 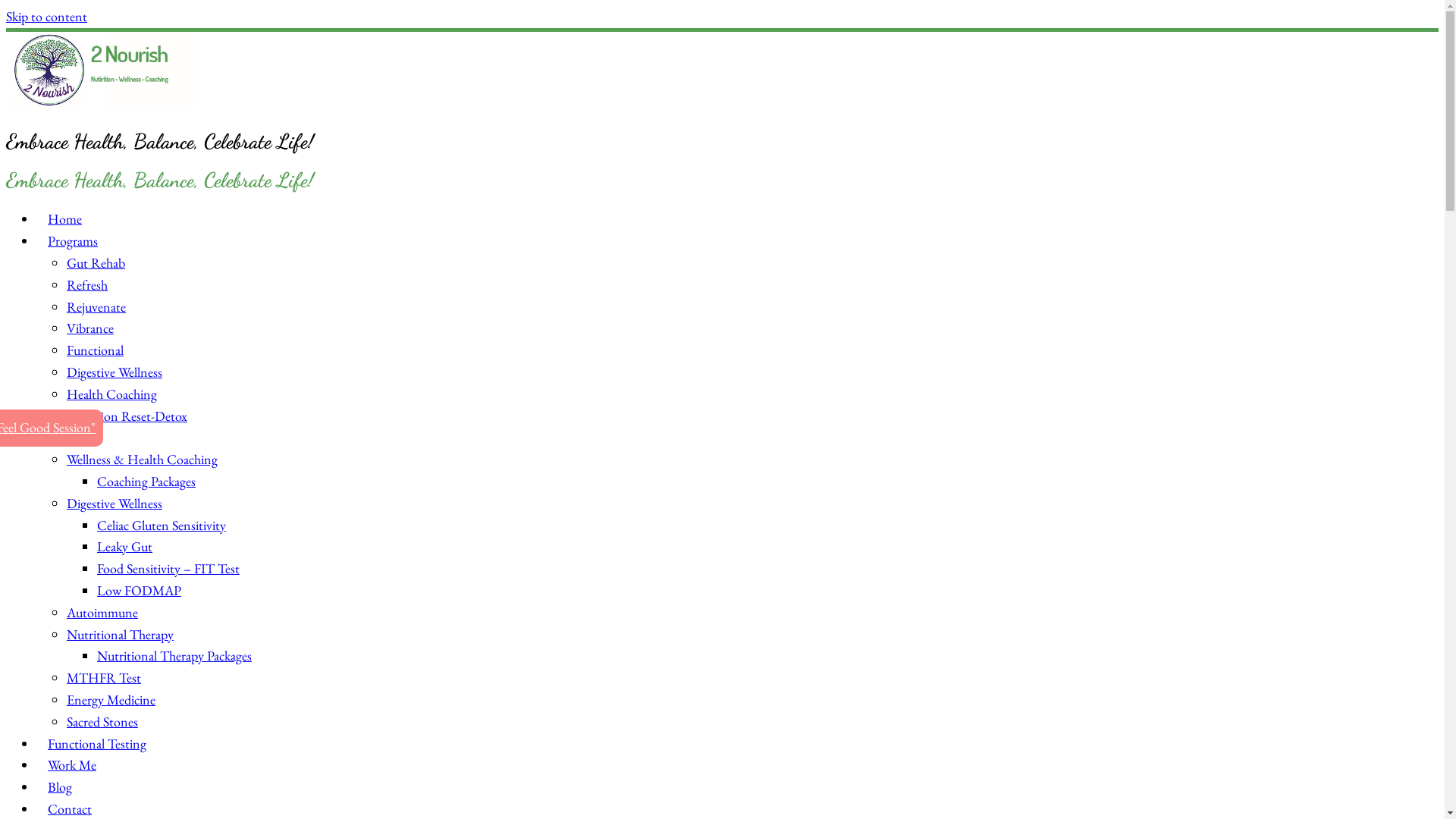 What do you see at coordinates (124, 546) in the screenshot?
I see `'Leaky Gut'` at bounding box center [124, 546].